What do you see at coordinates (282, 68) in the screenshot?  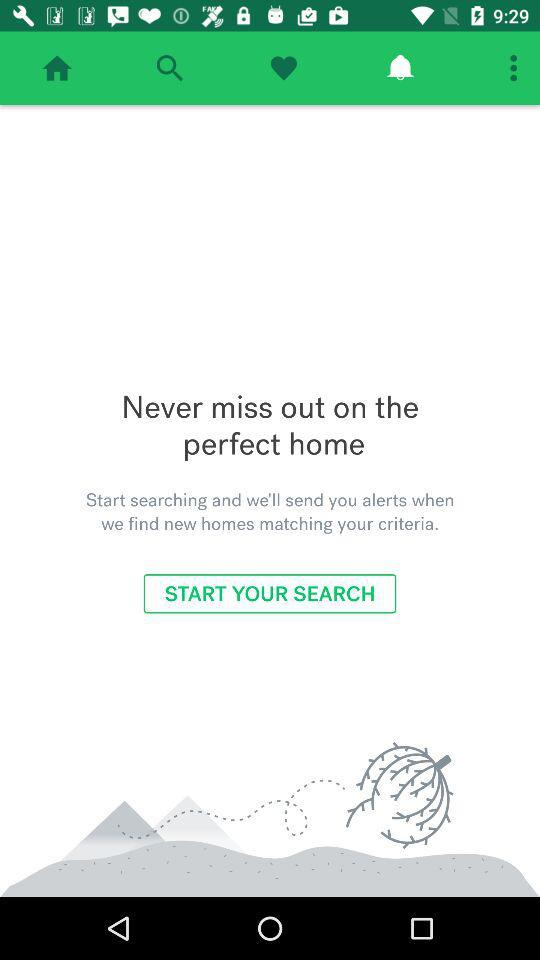 I see `this page` at bounding box center [282, 68].